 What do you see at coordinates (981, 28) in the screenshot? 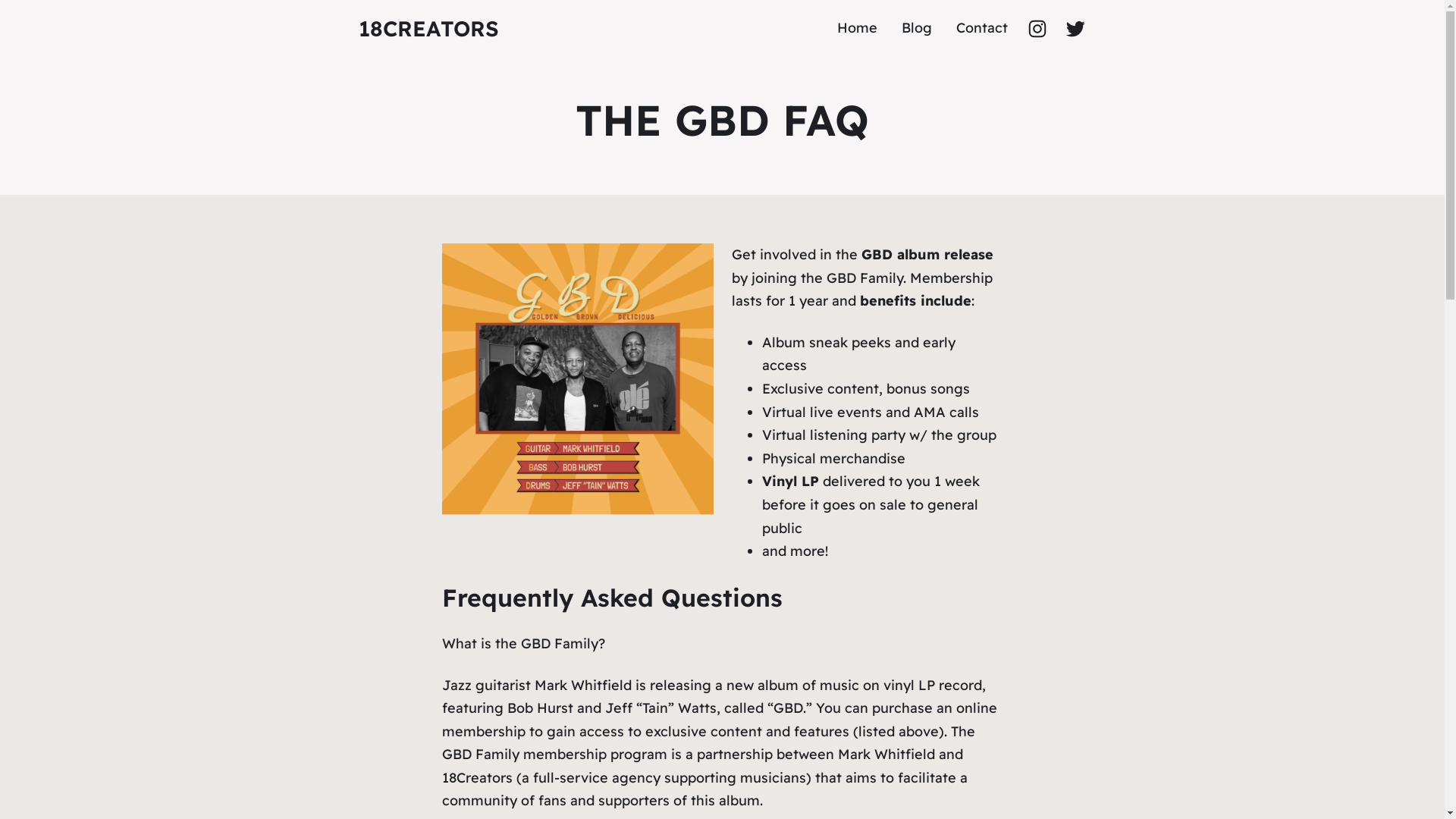
I see `'Contact'` at bounding box center [981, 28].